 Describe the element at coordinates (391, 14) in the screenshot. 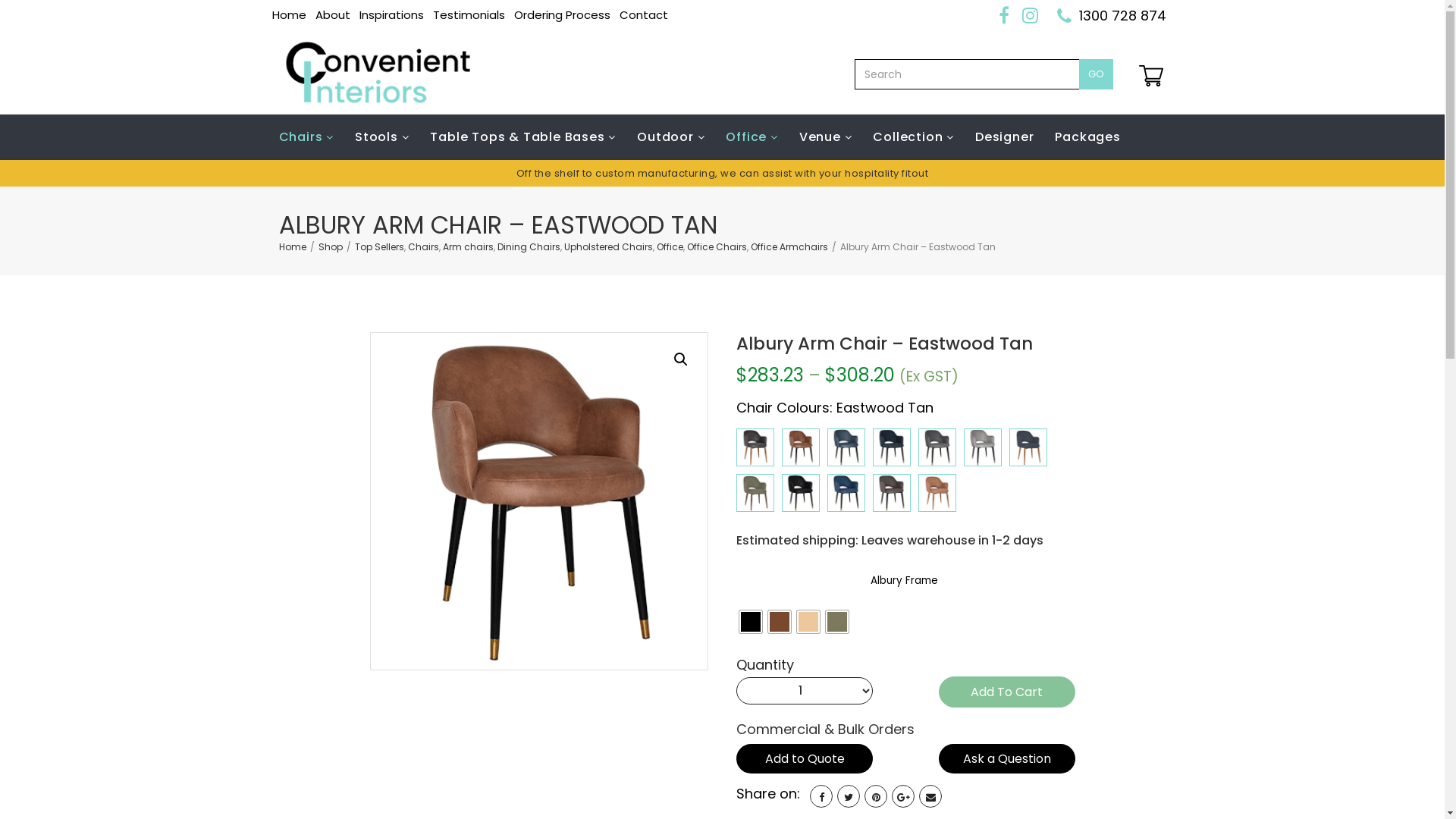

I see `'Inspirations'` at that location.